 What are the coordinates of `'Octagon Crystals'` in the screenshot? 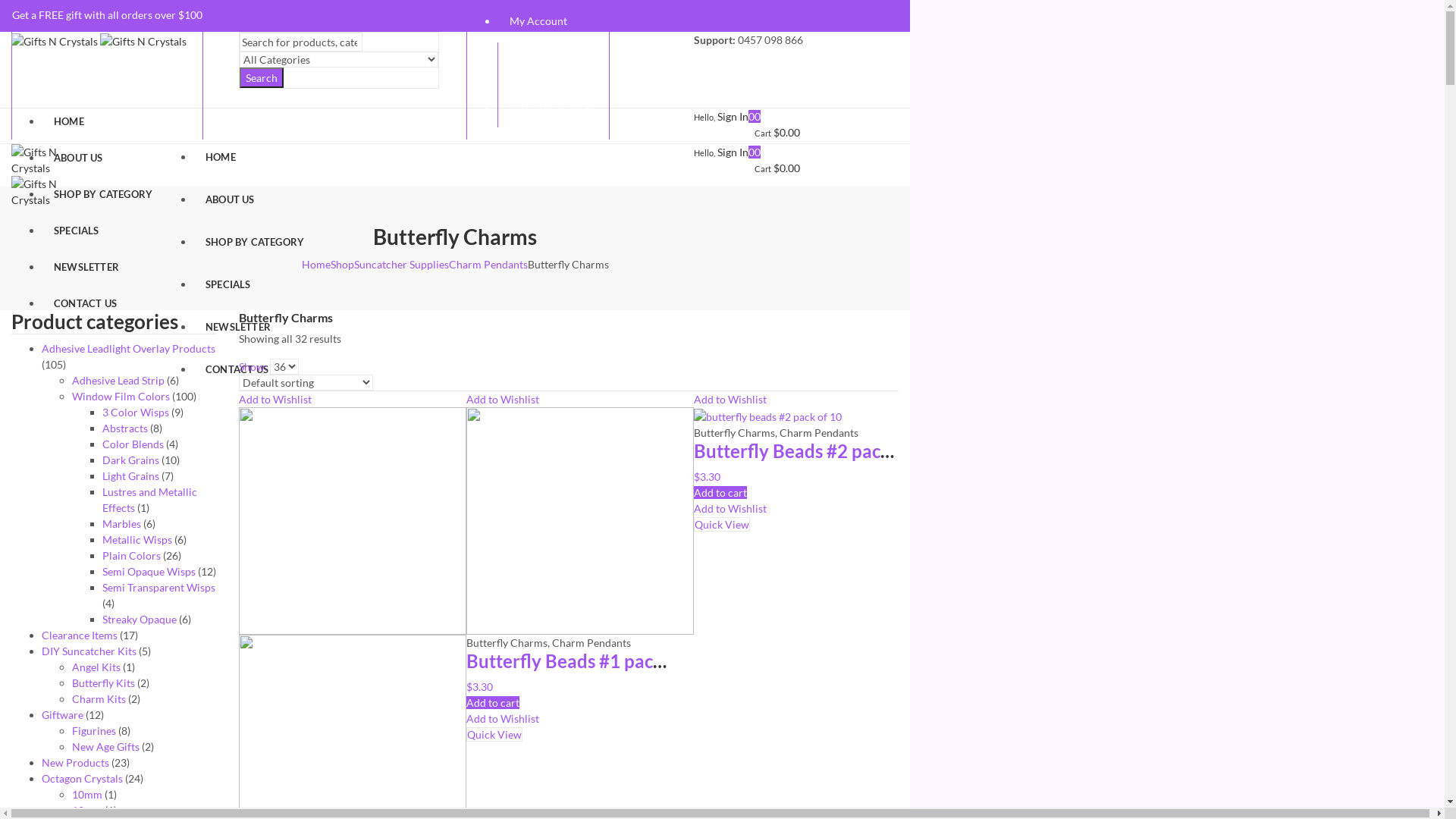 It's located at (41, 778).